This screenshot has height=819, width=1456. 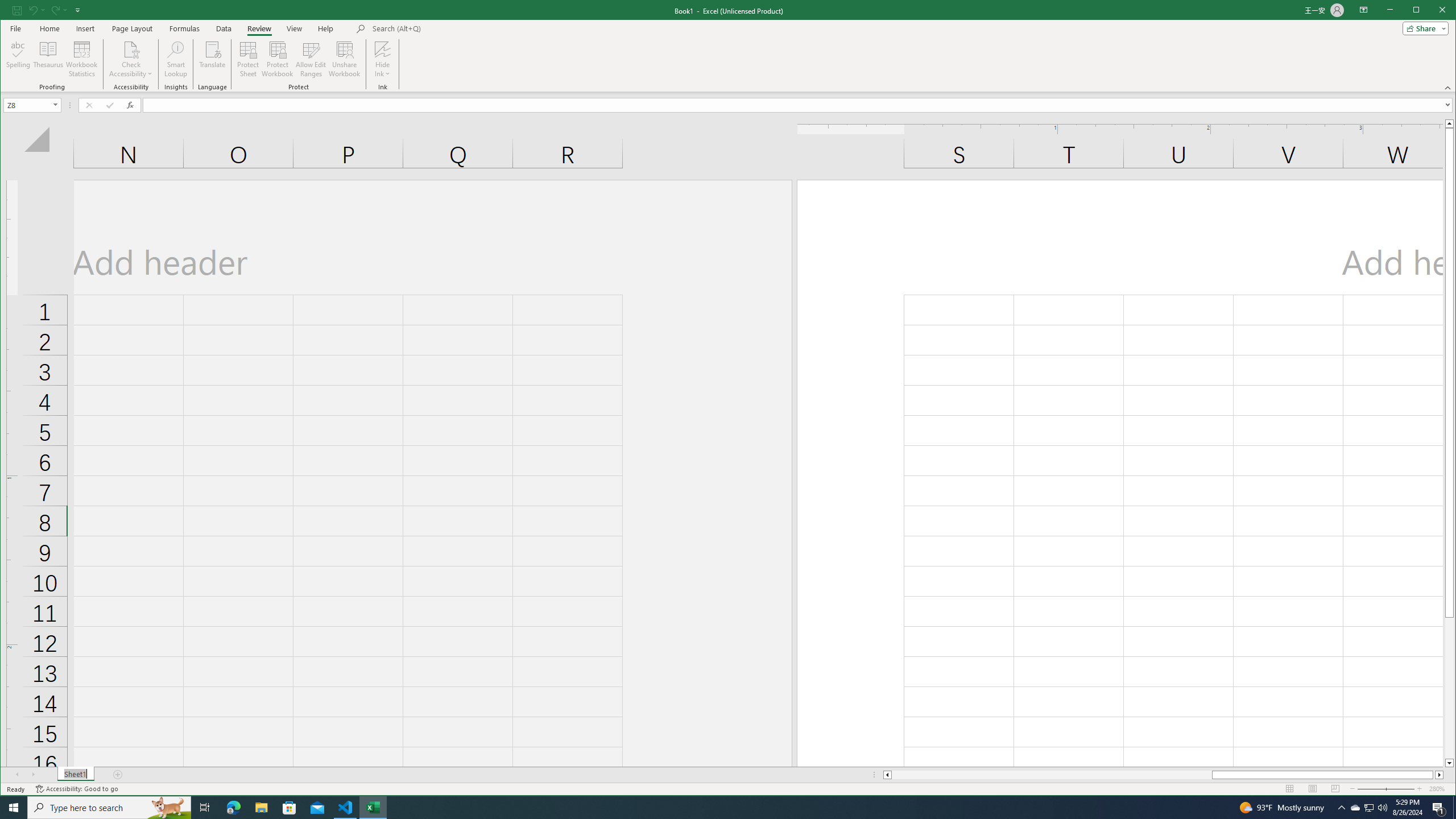 I want to click on 'Protect Workbook...', so click(x=276, y=59).